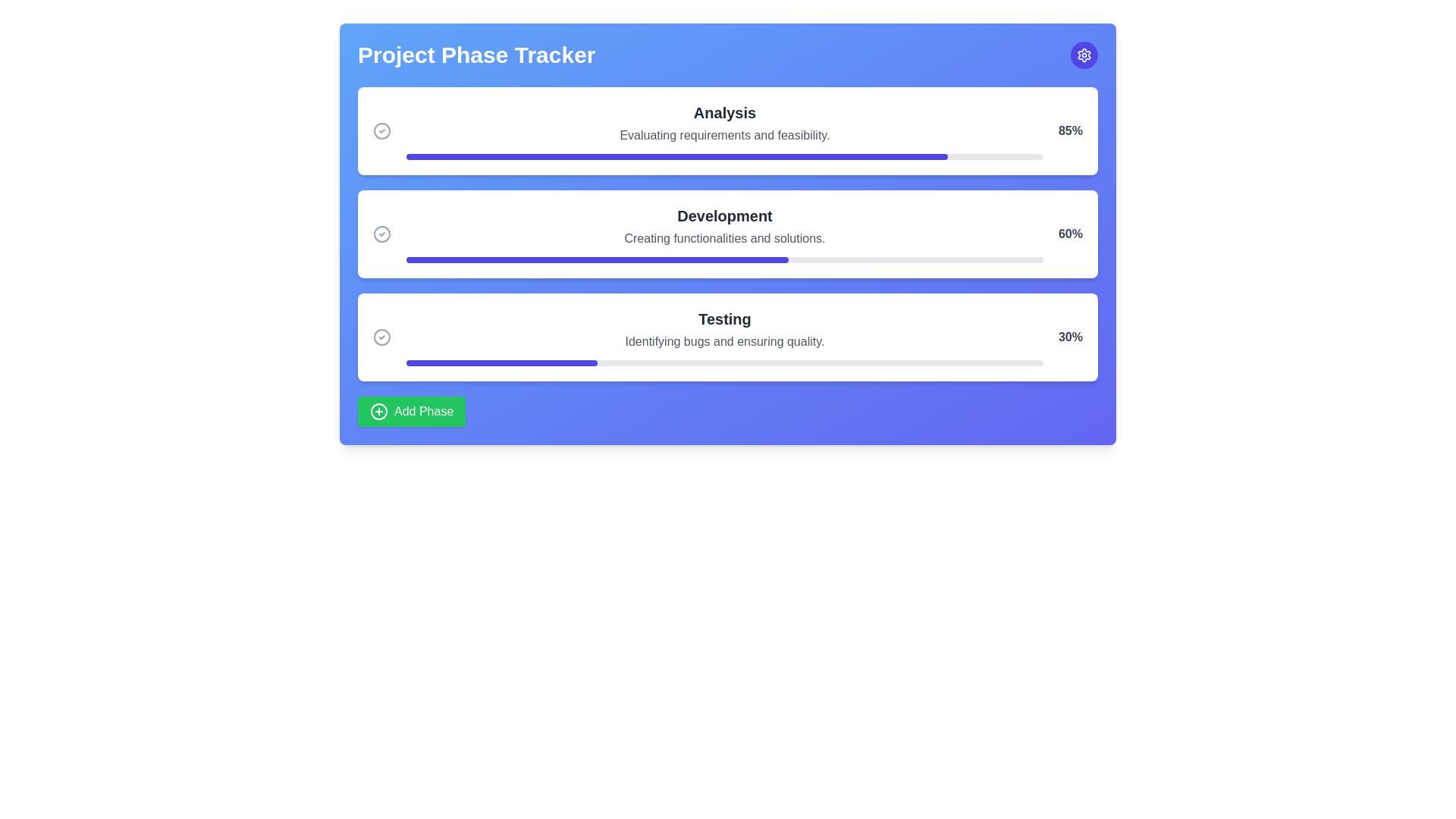 This screenshot has height=819, width=1456. Describe the element at coordinates (1084, 55) in the screenshot. I see `the clickable gear/settings icon located in the top-right corner of the user interface` at that location.